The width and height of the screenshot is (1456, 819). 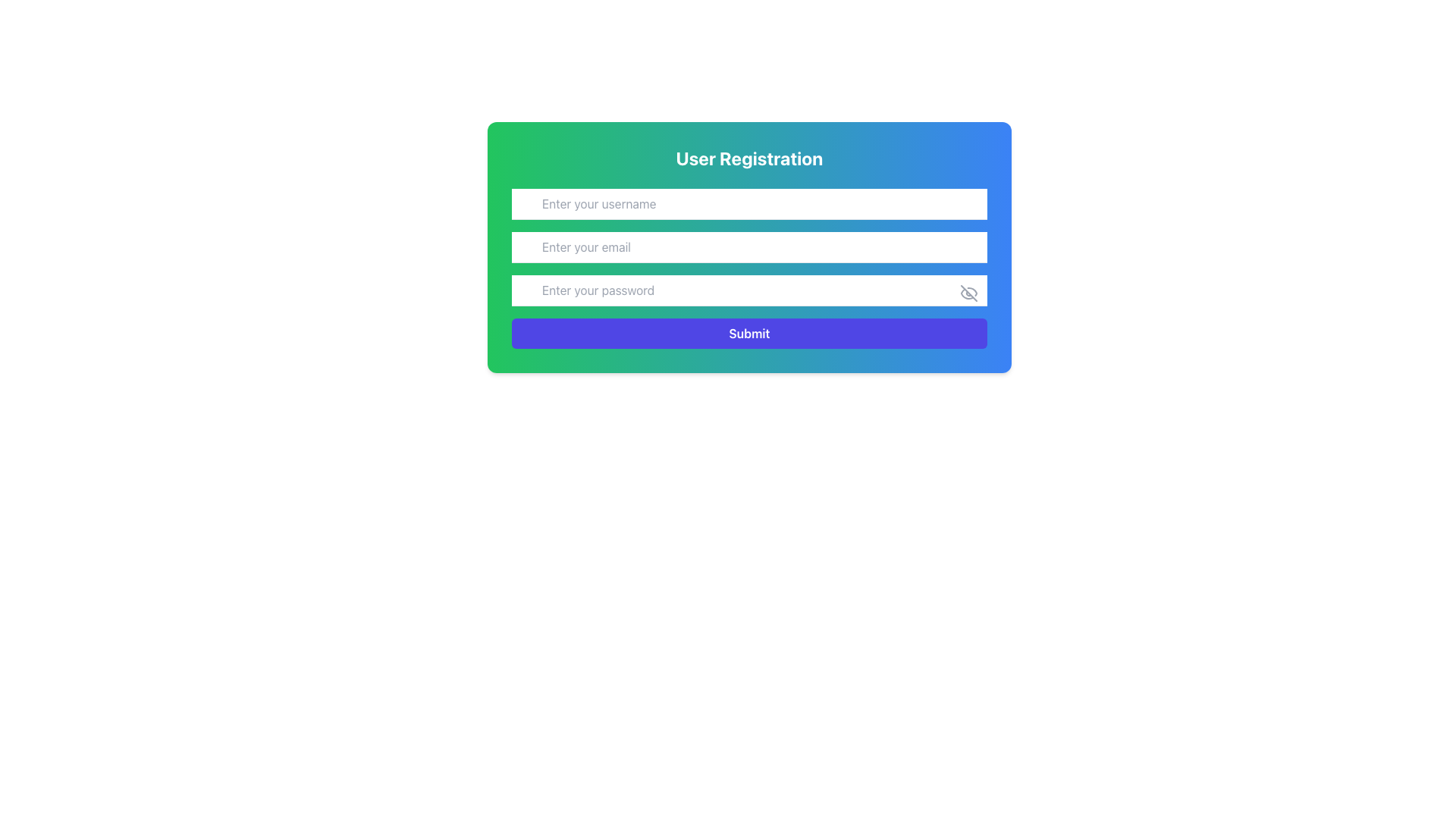 I want to click on the submit button located at the bottom of the registration panel, so click(x=749, y=332).